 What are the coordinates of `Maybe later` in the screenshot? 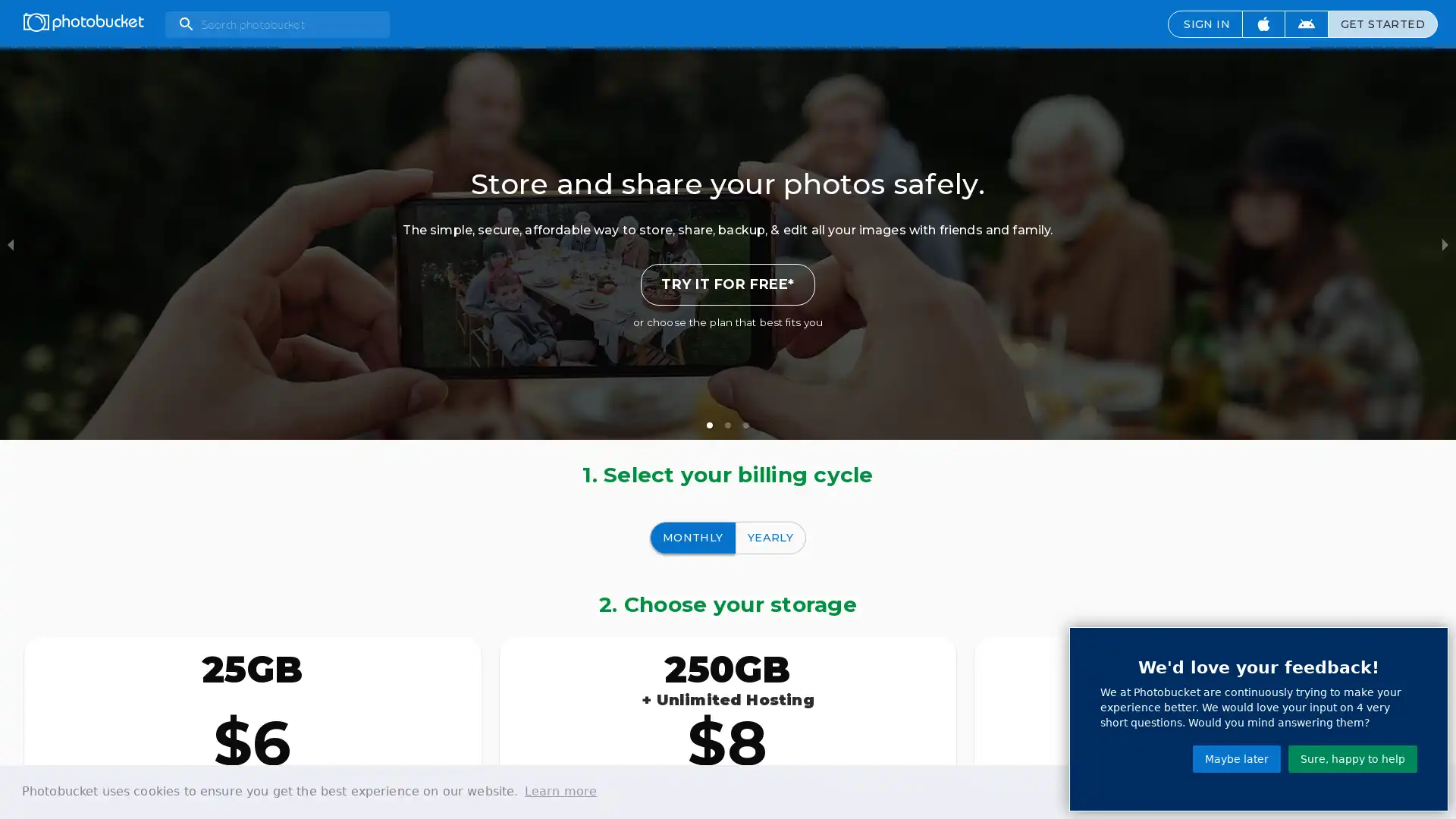 It's located at (1237, 759).